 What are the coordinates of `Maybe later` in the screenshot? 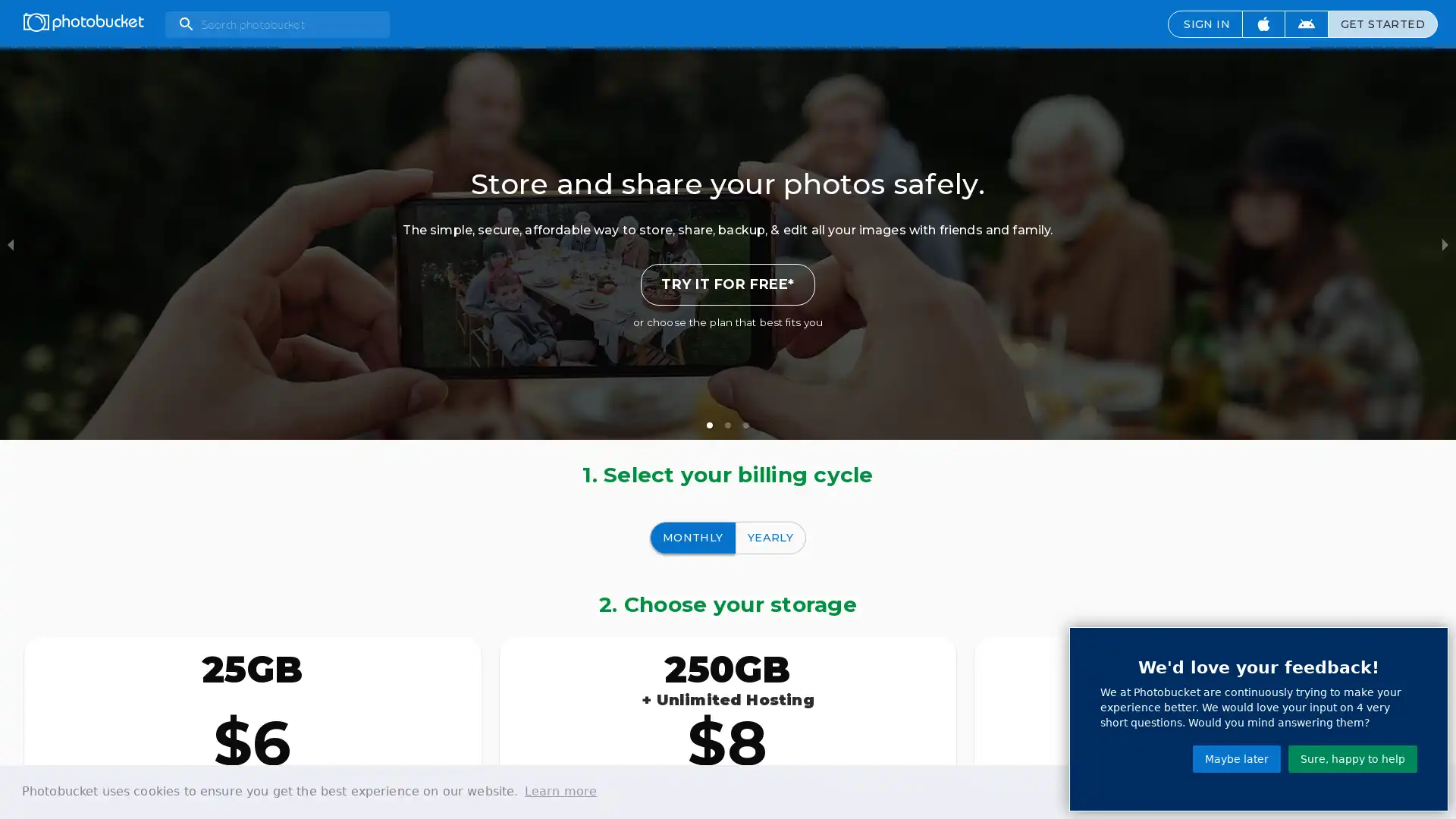 It's located at (1237, 759).